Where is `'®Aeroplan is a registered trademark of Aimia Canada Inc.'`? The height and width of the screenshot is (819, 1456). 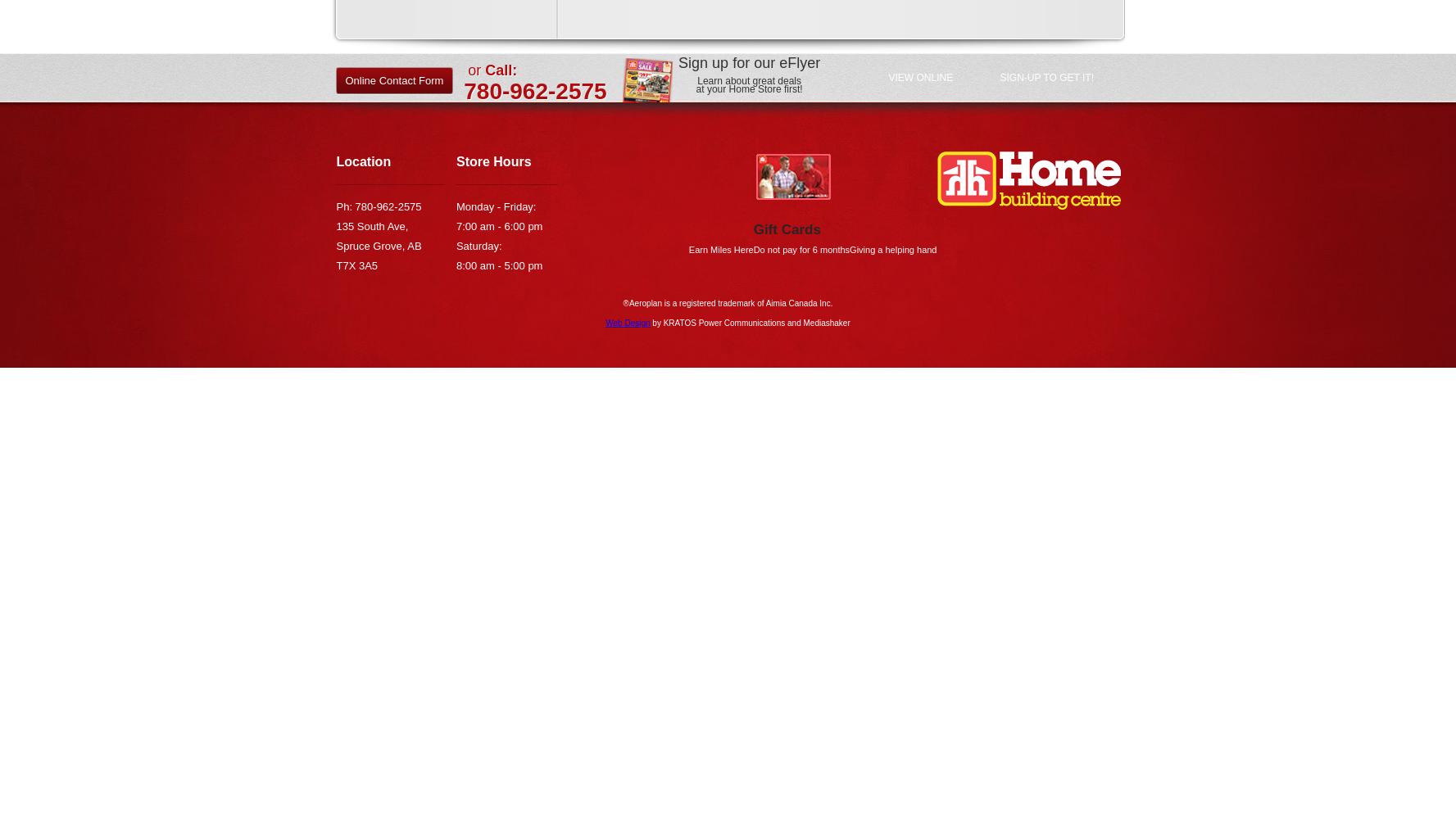
'®Aeroplan is a registered trademark of Aimia Canada Inc.' is located at coordinates (726, 301).